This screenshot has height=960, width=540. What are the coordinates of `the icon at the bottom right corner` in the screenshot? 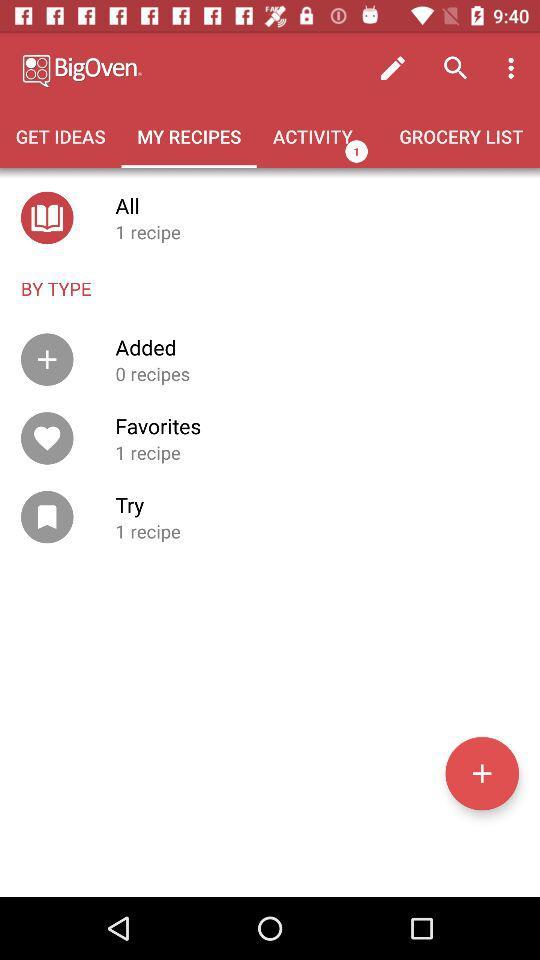 It's located at (481, 772).